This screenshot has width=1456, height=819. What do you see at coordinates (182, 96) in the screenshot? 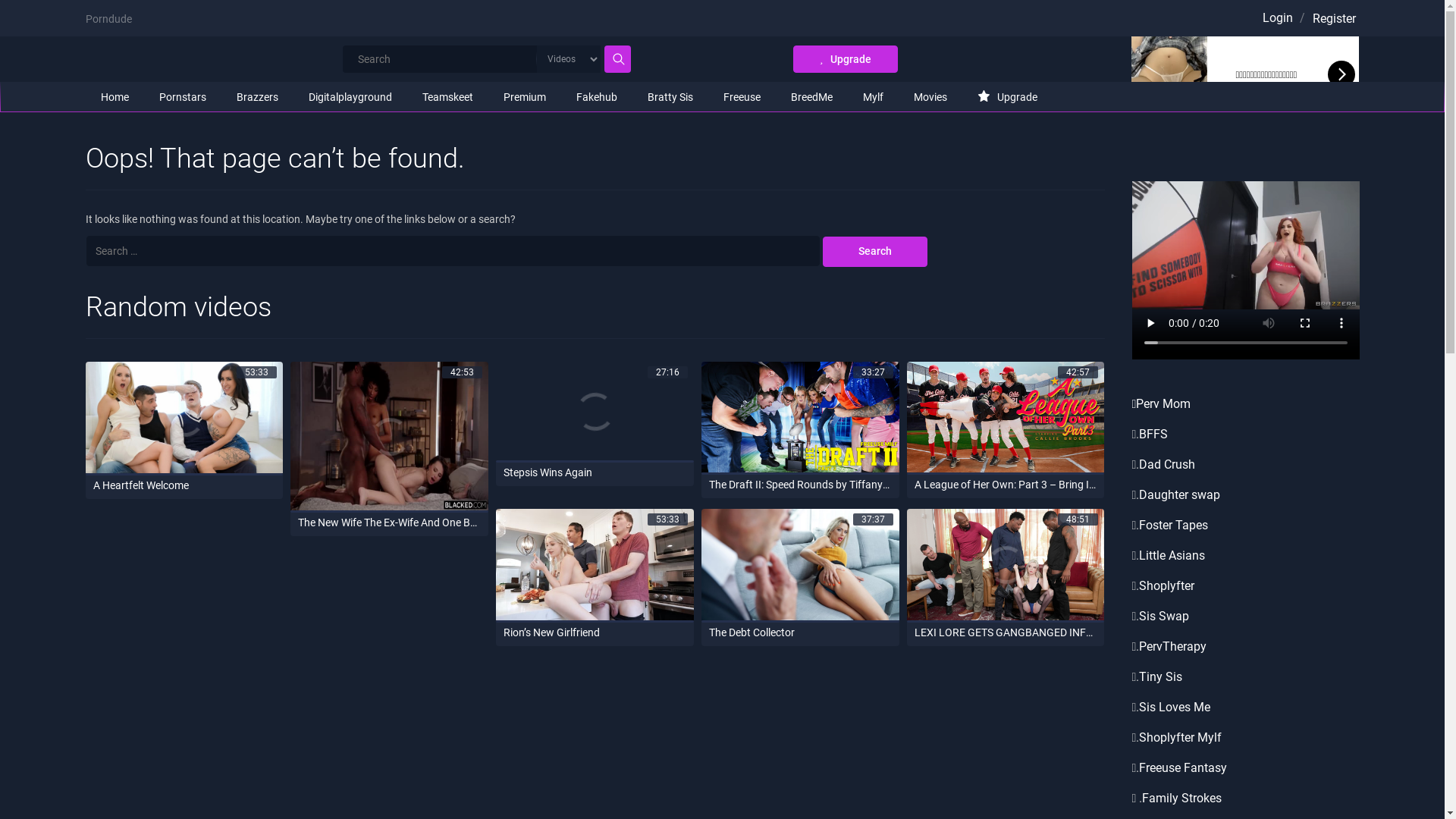
I see `'Pornstars'` at bounding box center [182, 96].